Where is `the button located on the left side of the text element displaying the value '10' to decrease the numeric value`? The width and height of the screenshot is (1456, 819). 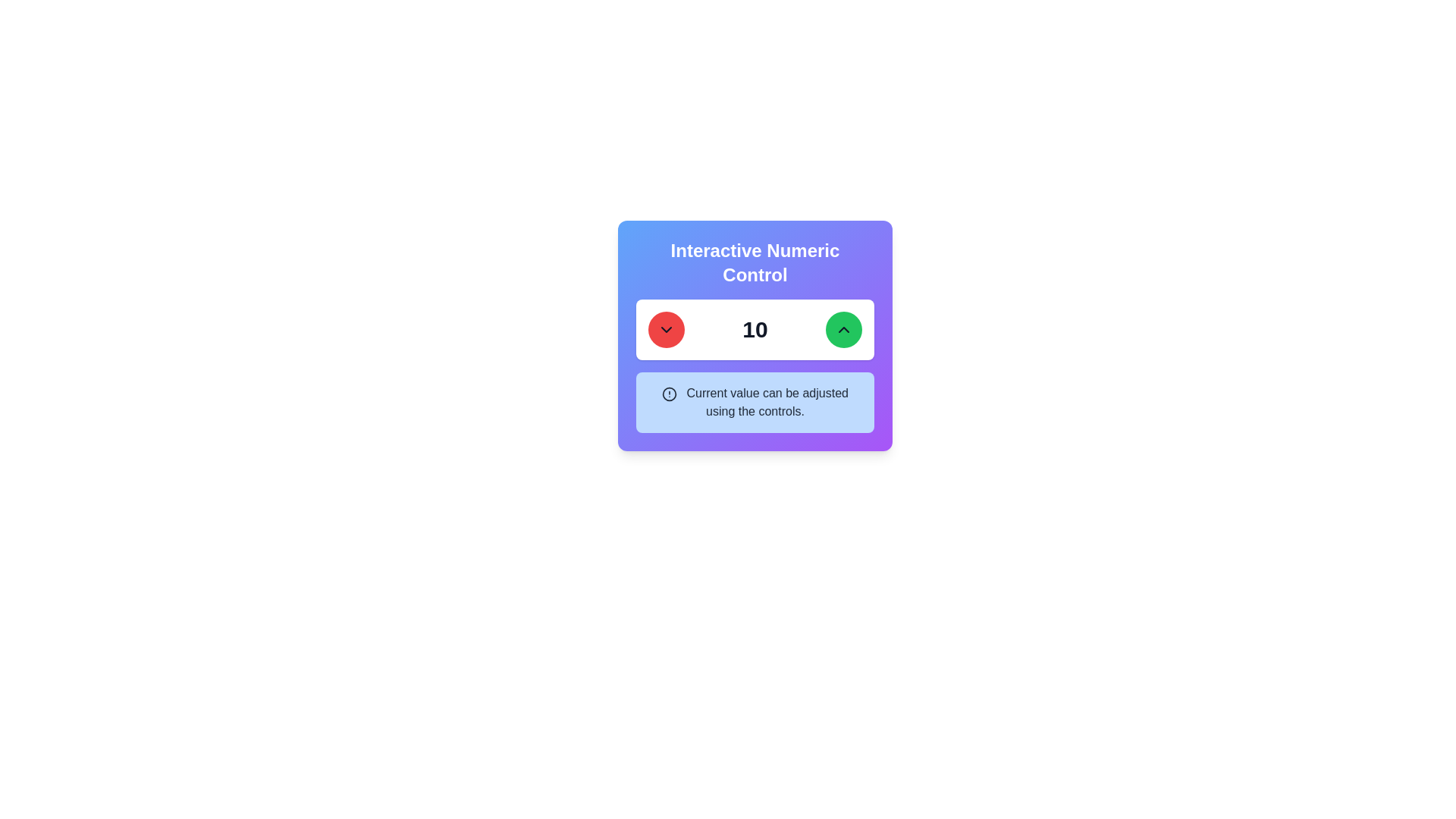 the button located on the left side of the text element displaying the value '10' to decrease the numeric value is located at coordinates (666, 329).